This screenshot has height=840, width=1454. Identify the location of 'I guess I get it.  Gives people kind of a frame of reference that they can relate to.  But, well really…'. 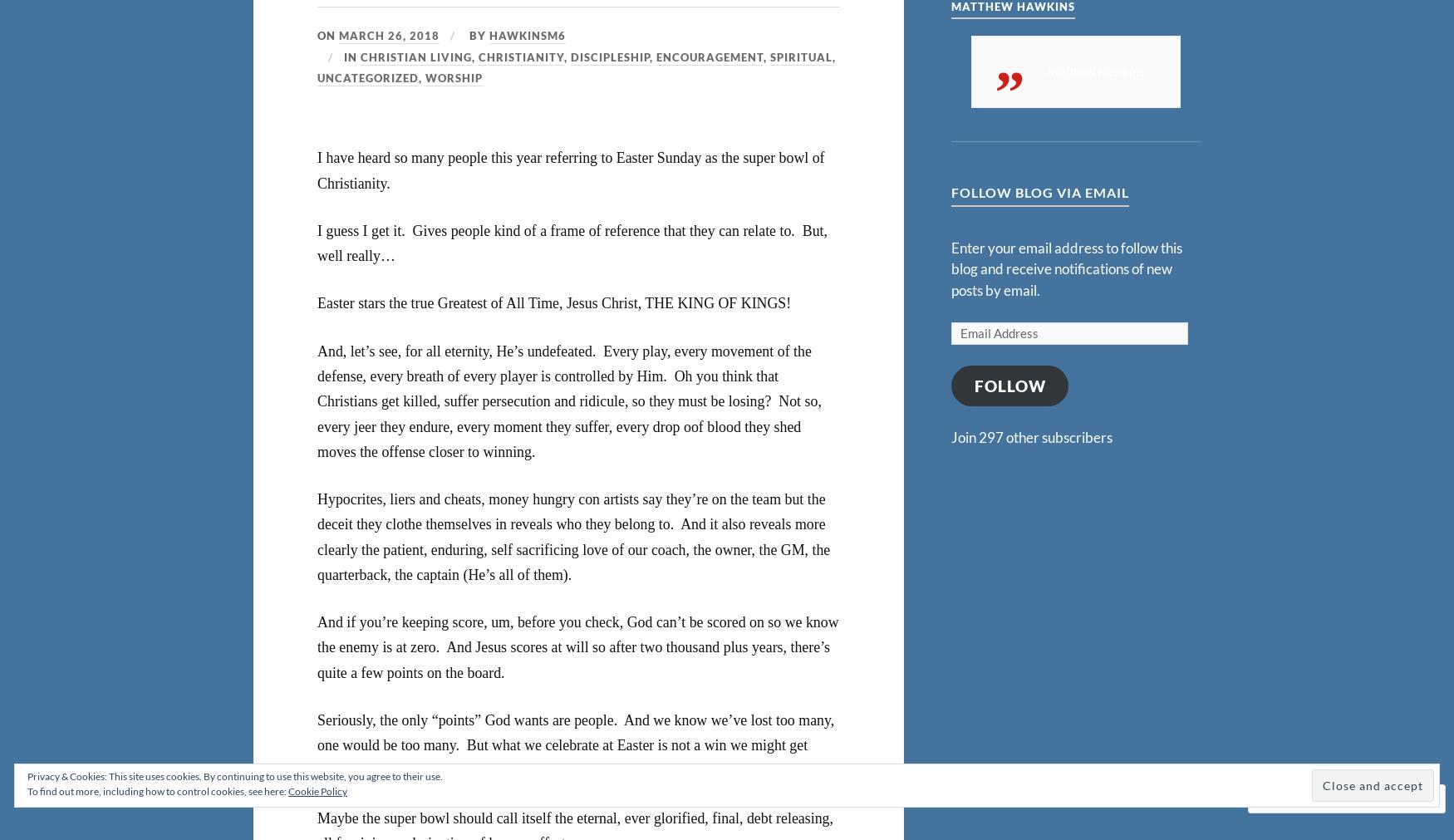
(572, 243).